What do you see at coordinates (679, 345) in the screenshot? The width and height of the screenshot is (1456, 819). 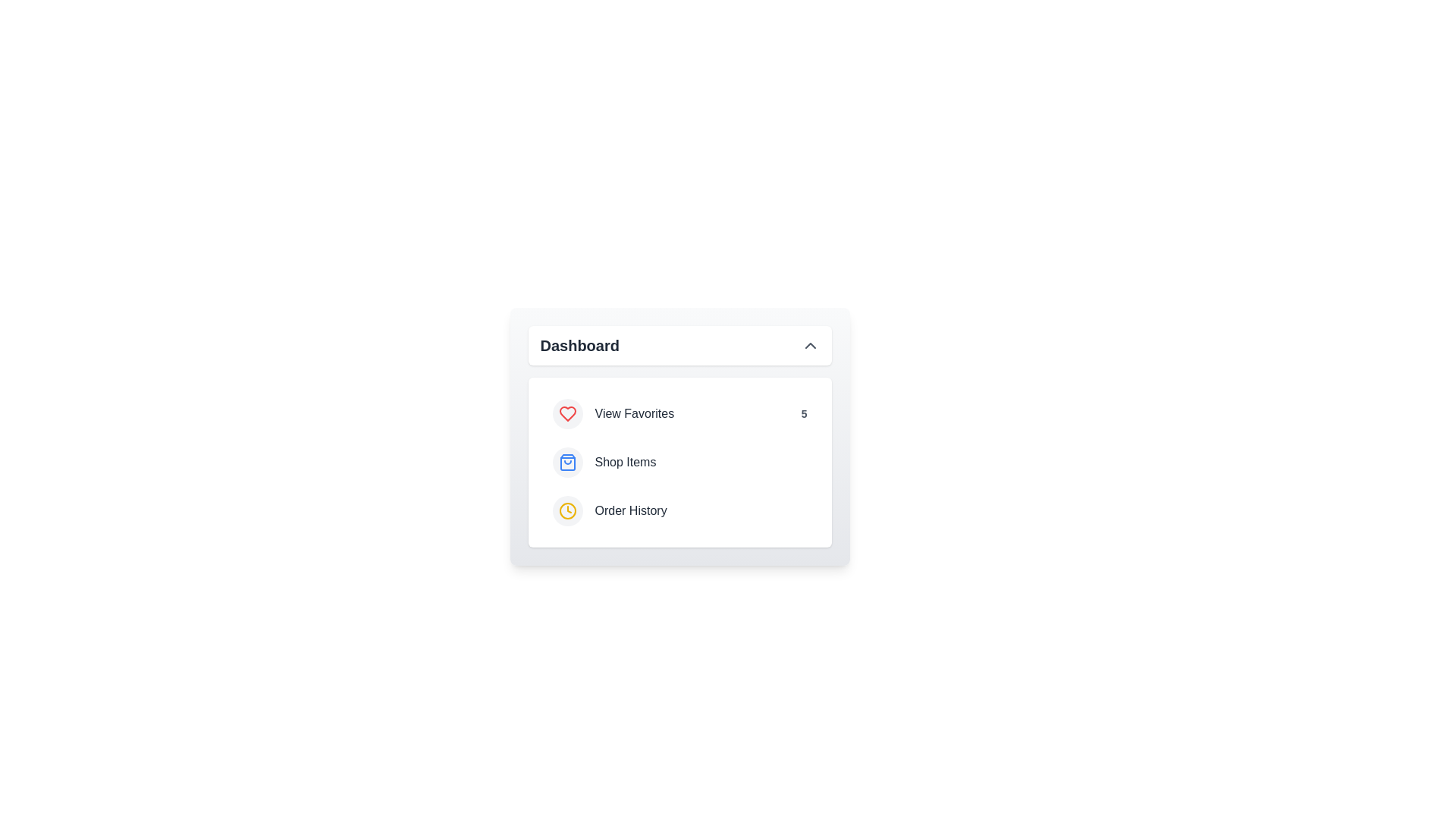 I see `the toggle button to expand or collapse the menu` at bounding box center [679, 345].